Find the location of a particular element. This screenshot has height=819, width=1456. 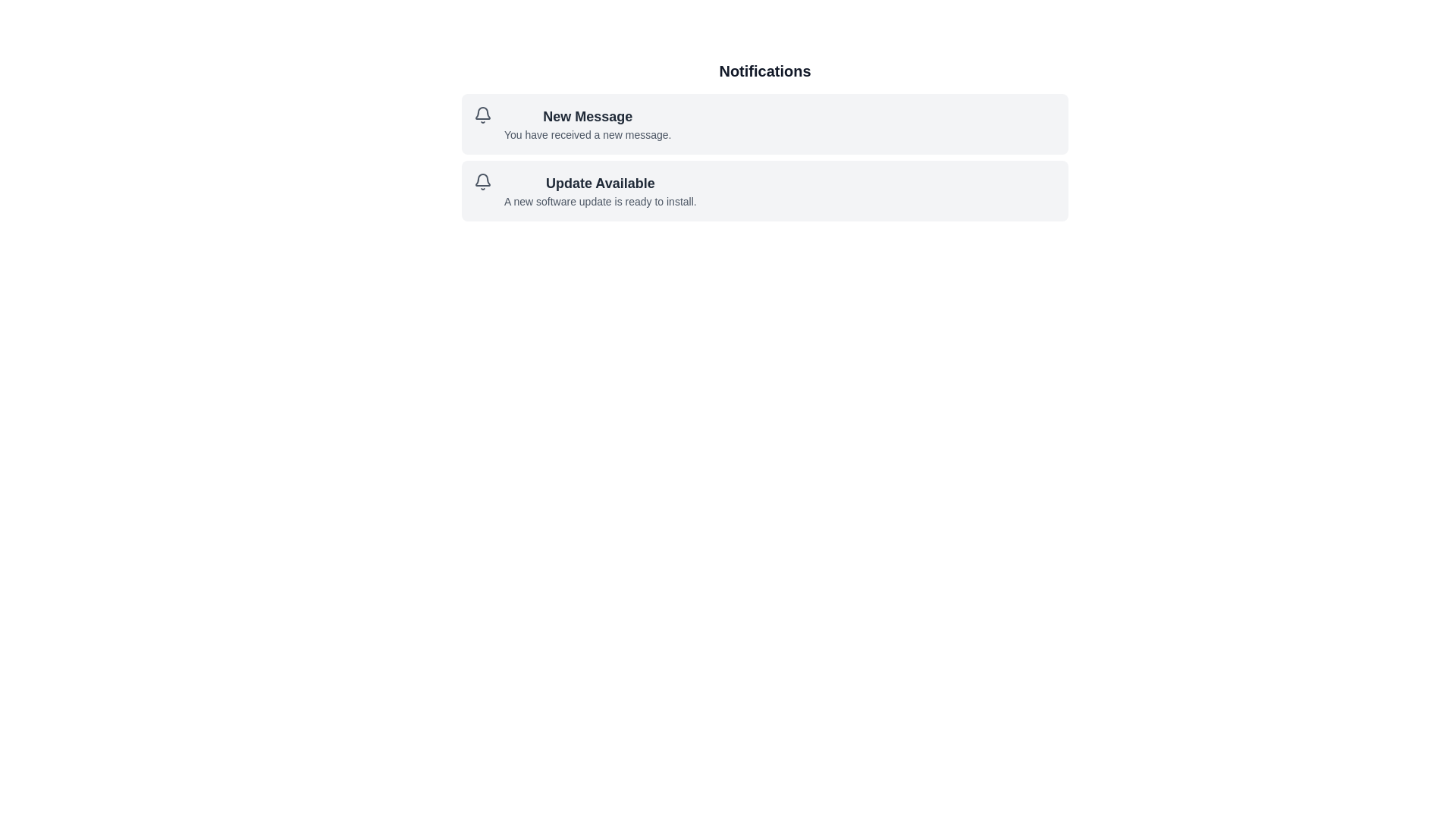

the Text Header element, which serves as the title for the notifications section, located at the top of the Notifications section is located at coordinates (764, 71).